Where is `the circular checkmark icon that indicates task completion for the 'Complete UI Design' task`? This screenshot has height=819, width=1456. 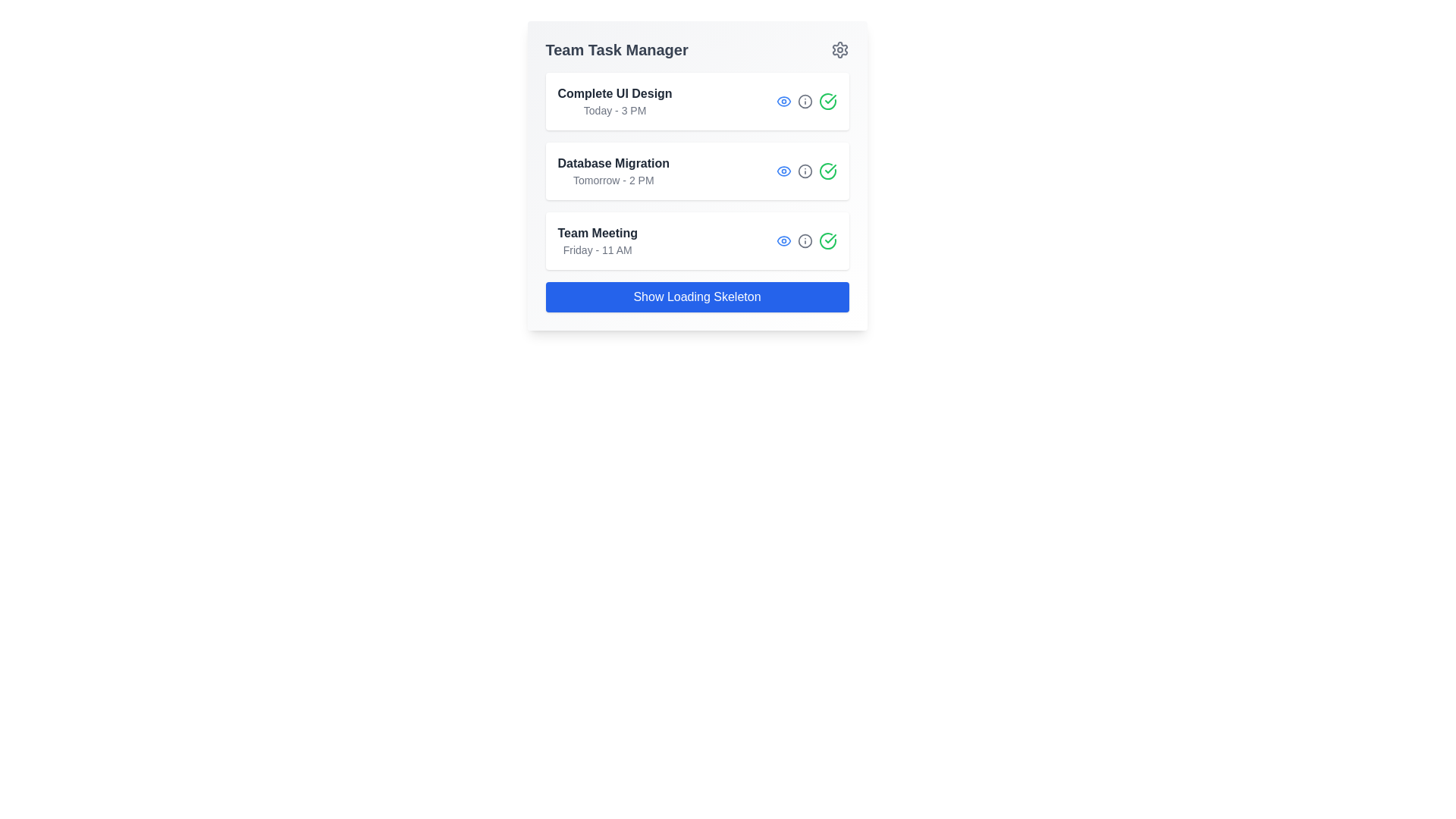
the circular checkmark icon that indicates task completion for the 'Complete UI Design' task is located at coordinates (827, 102).